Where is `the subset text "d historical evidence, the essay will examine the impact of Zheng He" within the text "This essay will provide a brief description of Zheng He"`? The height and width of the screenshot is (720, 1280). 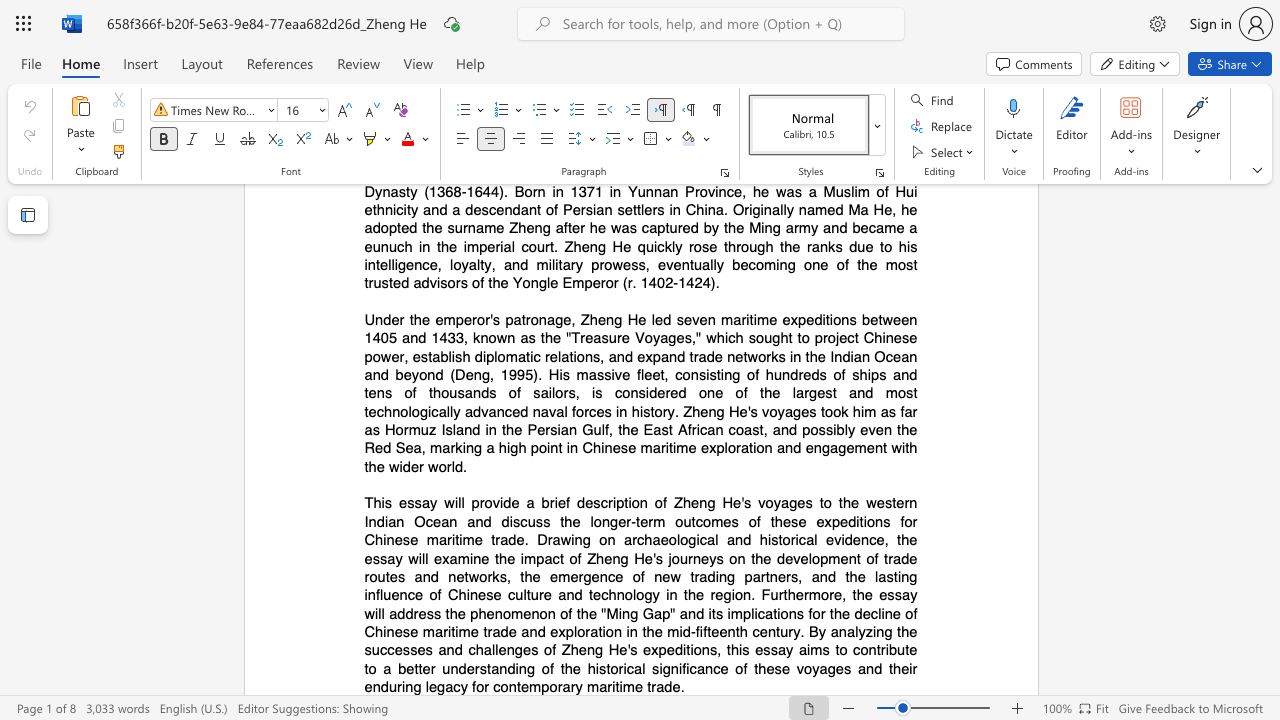
the subset text "d historical evidence, the essay will examine the impact of Zheng He" within the text "This essay will provide a brief description of Zheng He" is located at coordinates (742, 540).